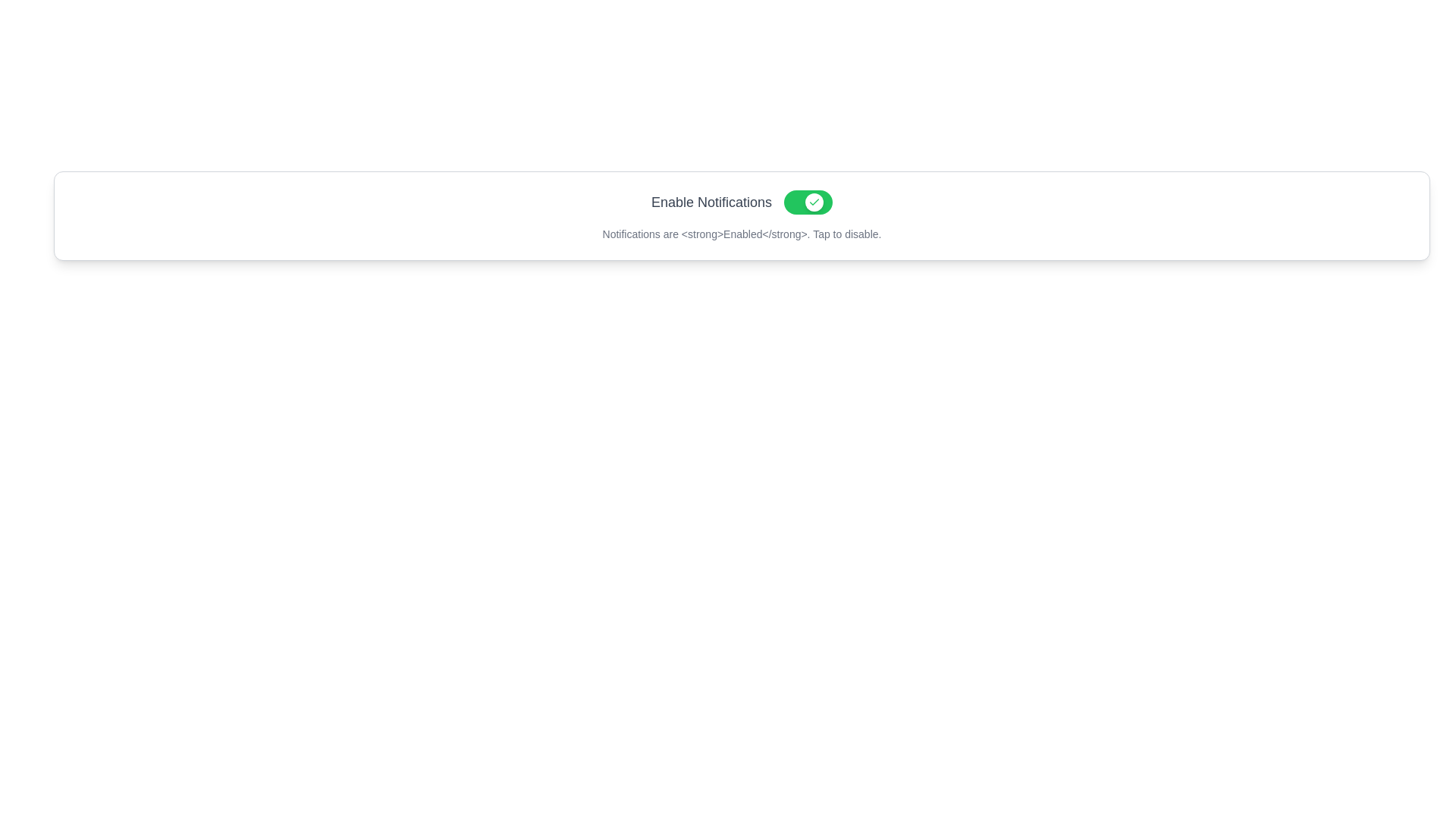  I want to click on the toggle handle located at the far right of the toggle switch for 'Enable Notifications', so click(814, 201).